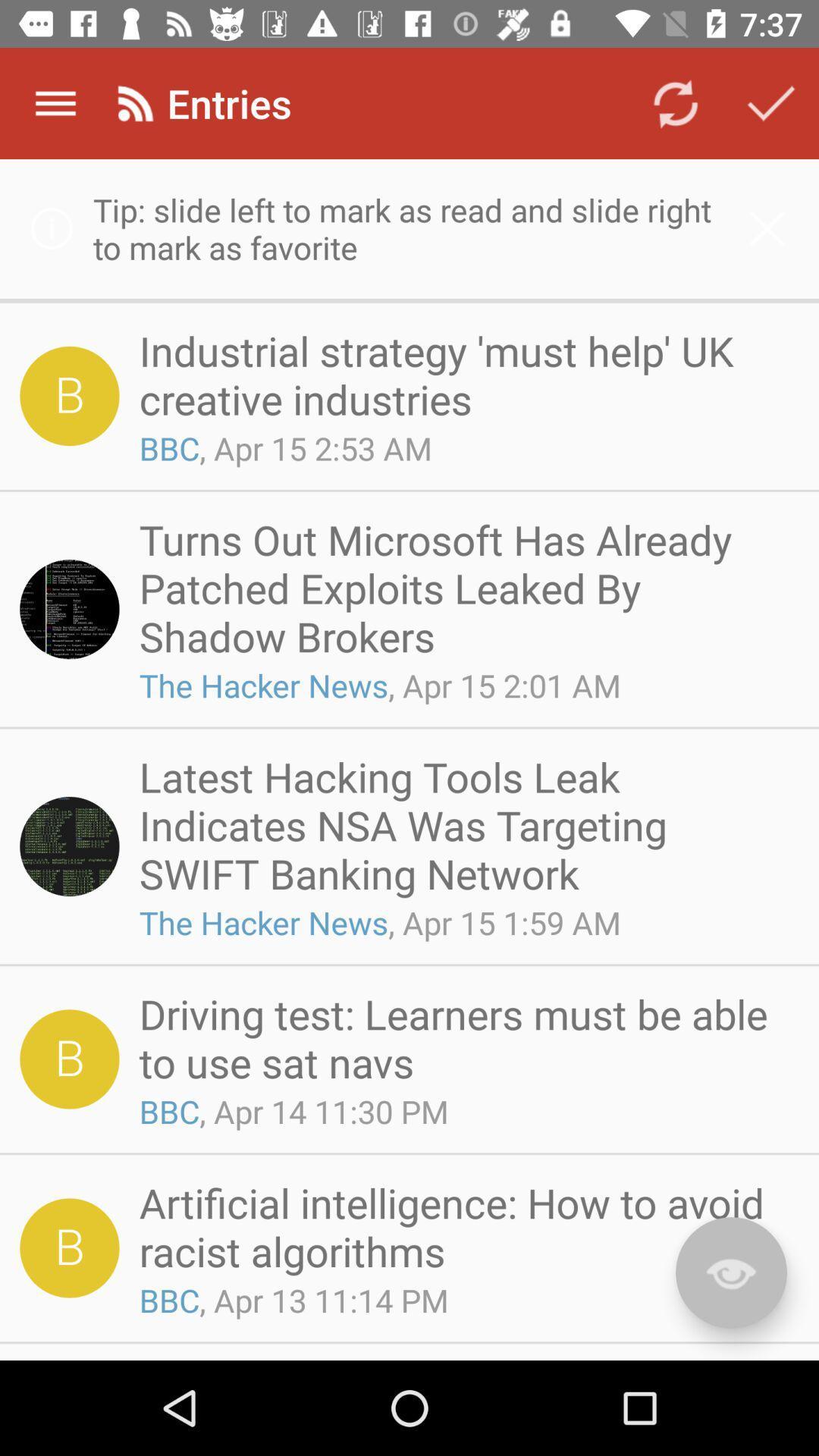 The height and width of the screenshot is (1456, 819). Describe the element at coordinates (409, 227) in the screenshot. I see `the icon above industrial strategy must` at that location.